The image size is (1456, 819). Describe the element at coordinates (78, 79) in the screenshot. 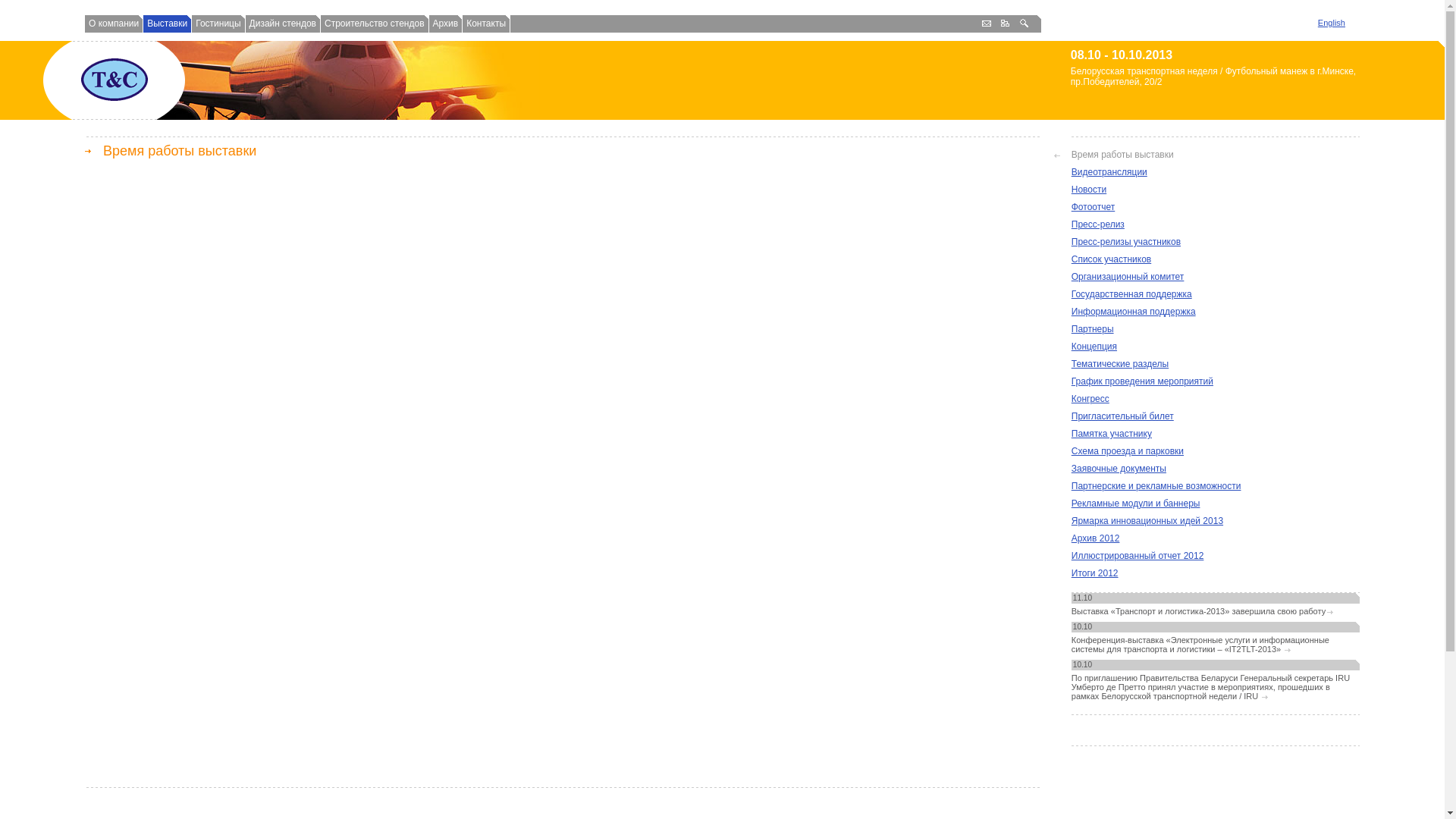

I see `'t&c'` at that location.